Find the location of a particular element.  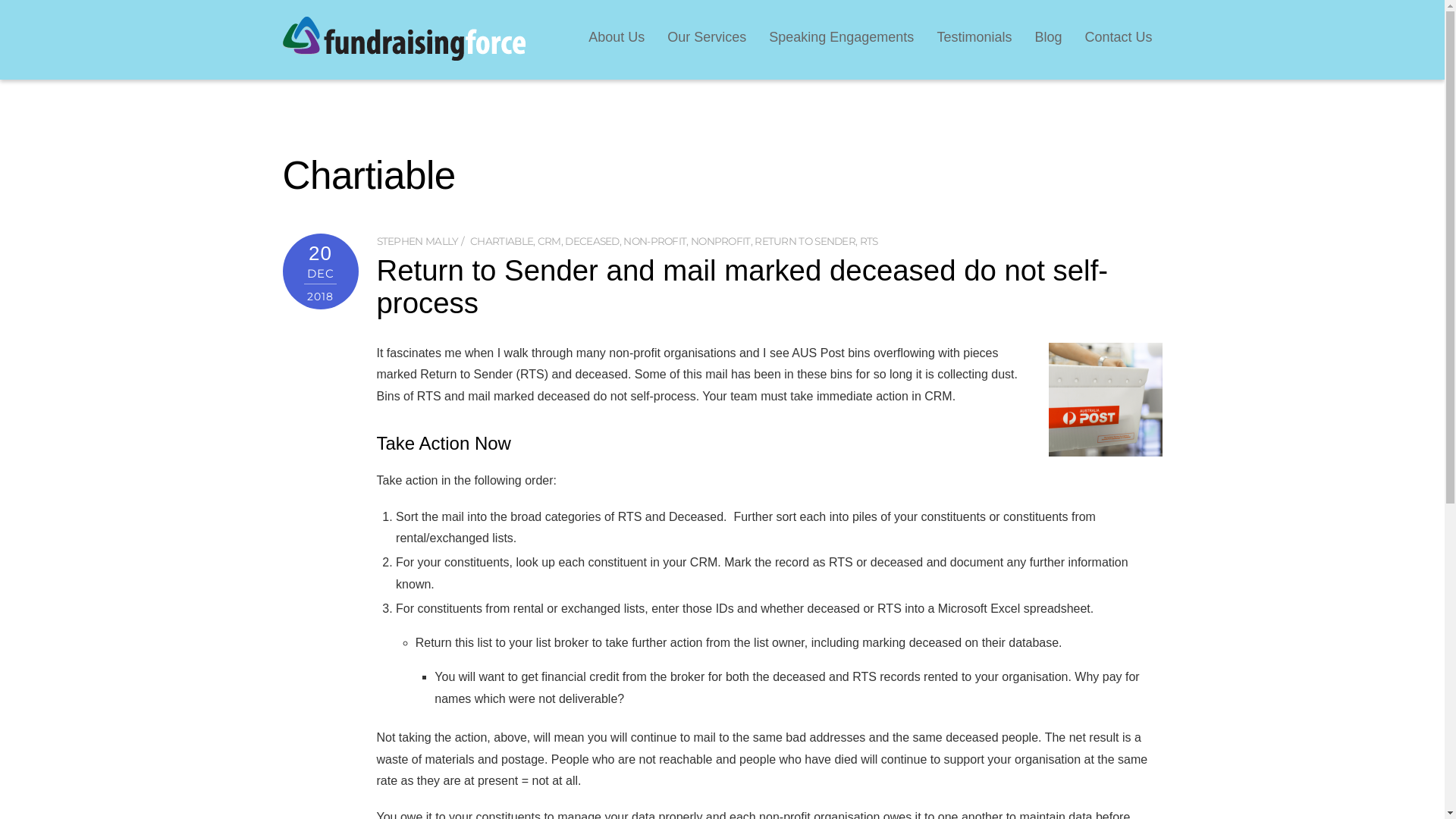

'NON-PROFIT' is located at coordinates (654, 240).